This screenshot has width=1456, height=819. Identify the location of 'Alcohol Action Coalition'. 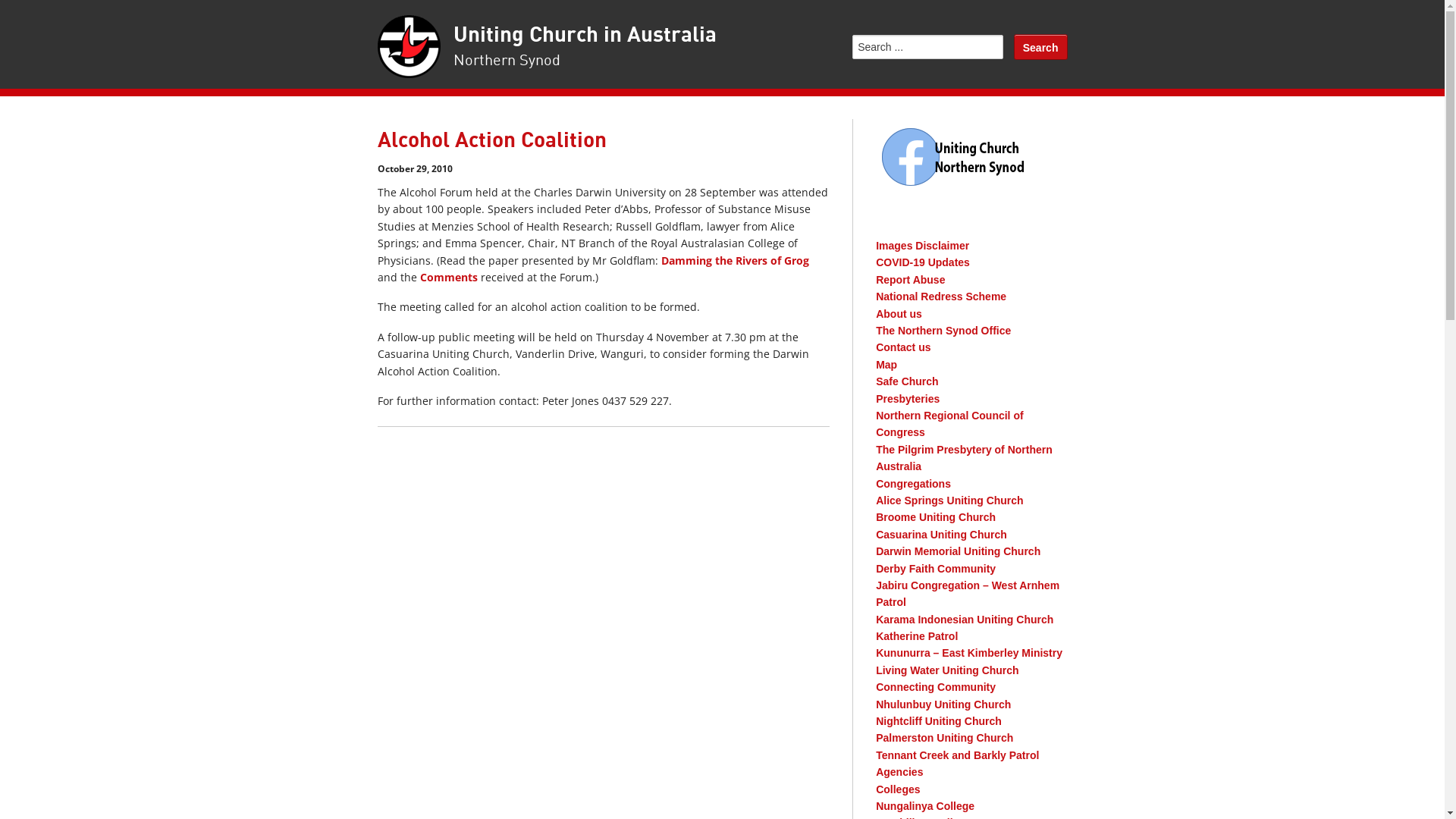
(491, 140).